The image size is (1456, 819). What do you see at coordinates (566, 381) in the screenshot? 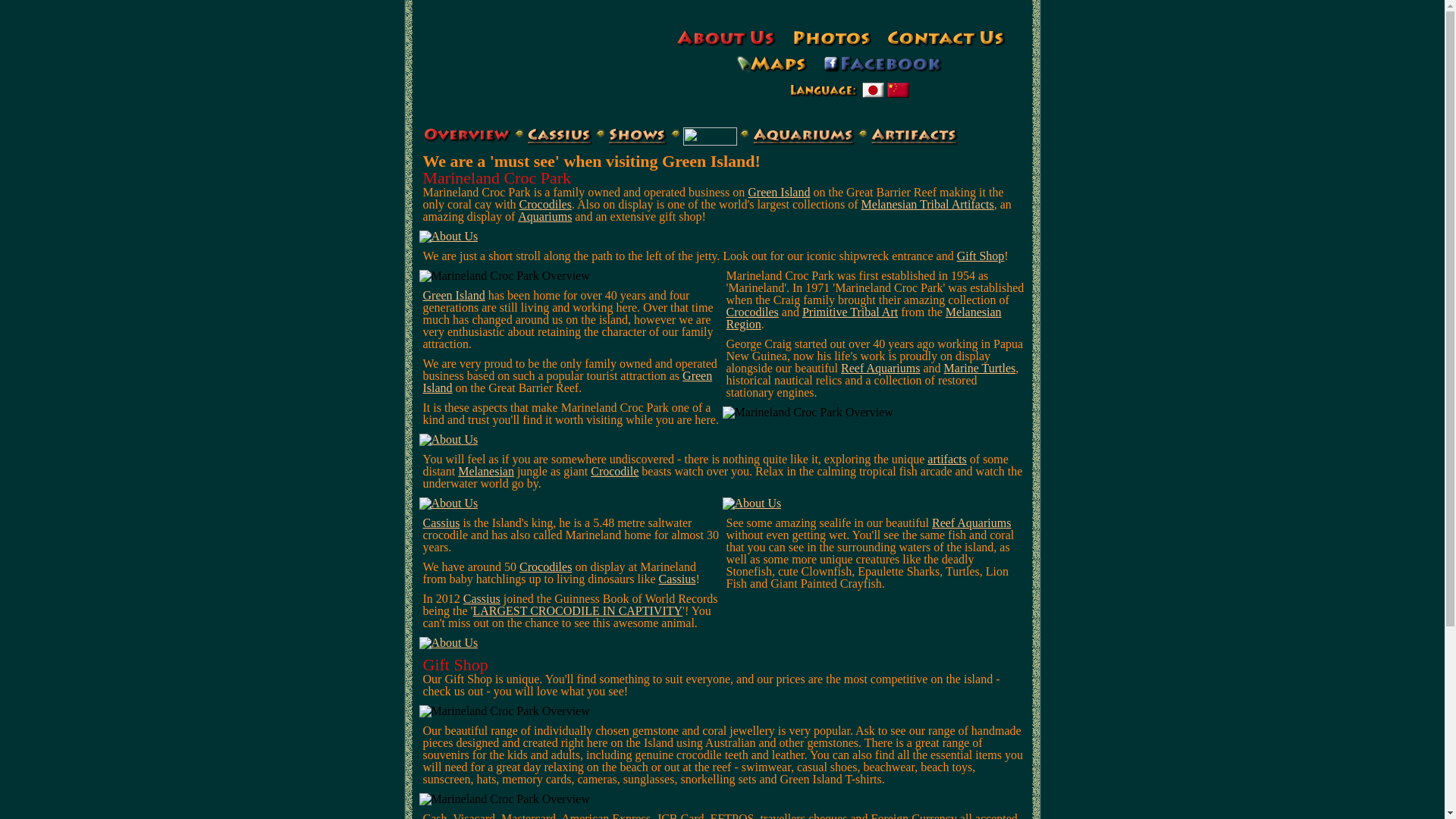
I see `'Green Island'` at bounding box center [566, 381].